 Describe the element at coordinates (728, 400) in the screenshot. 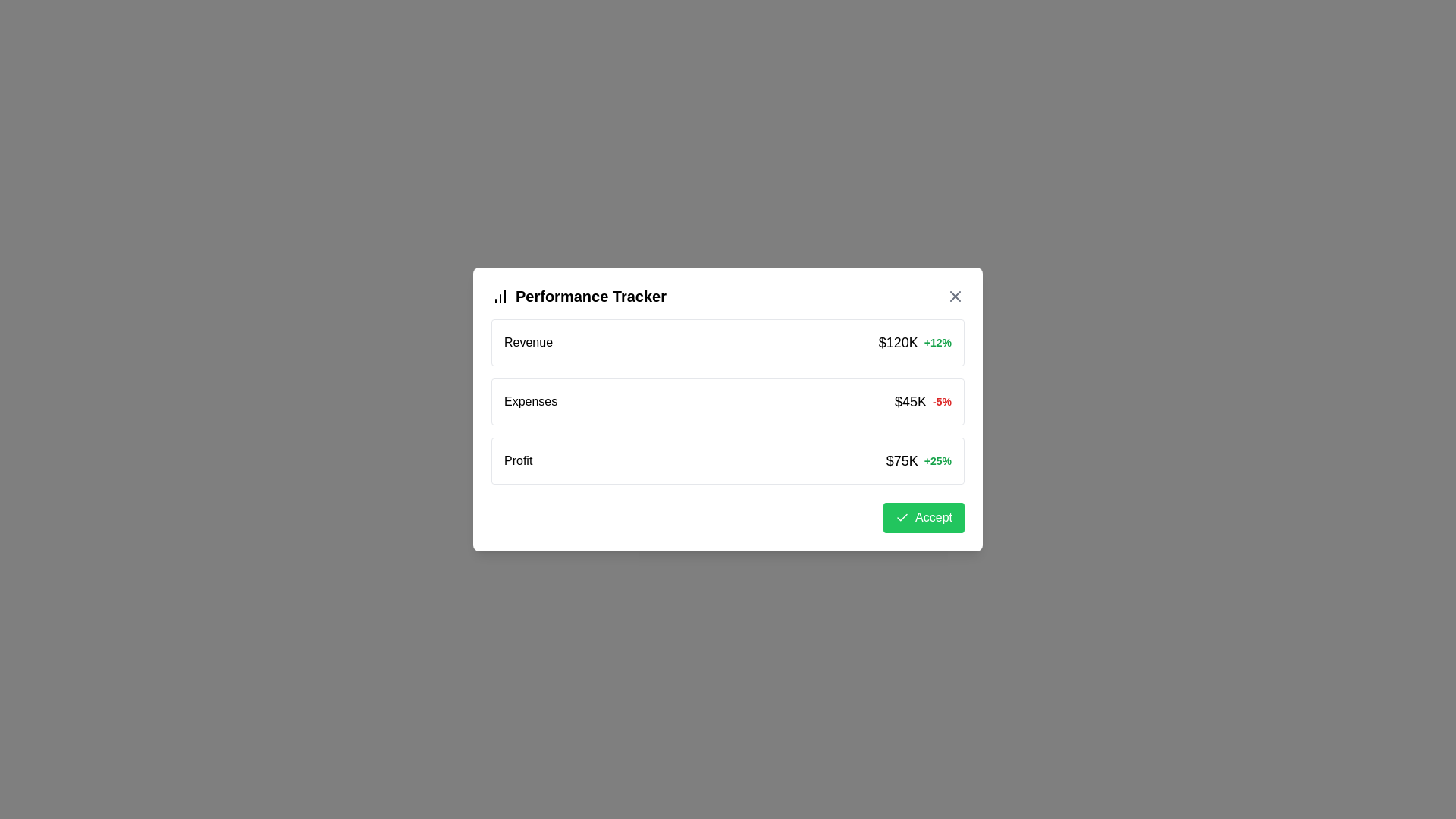

I see `the element Expenses to observe visual feedback` at that location.